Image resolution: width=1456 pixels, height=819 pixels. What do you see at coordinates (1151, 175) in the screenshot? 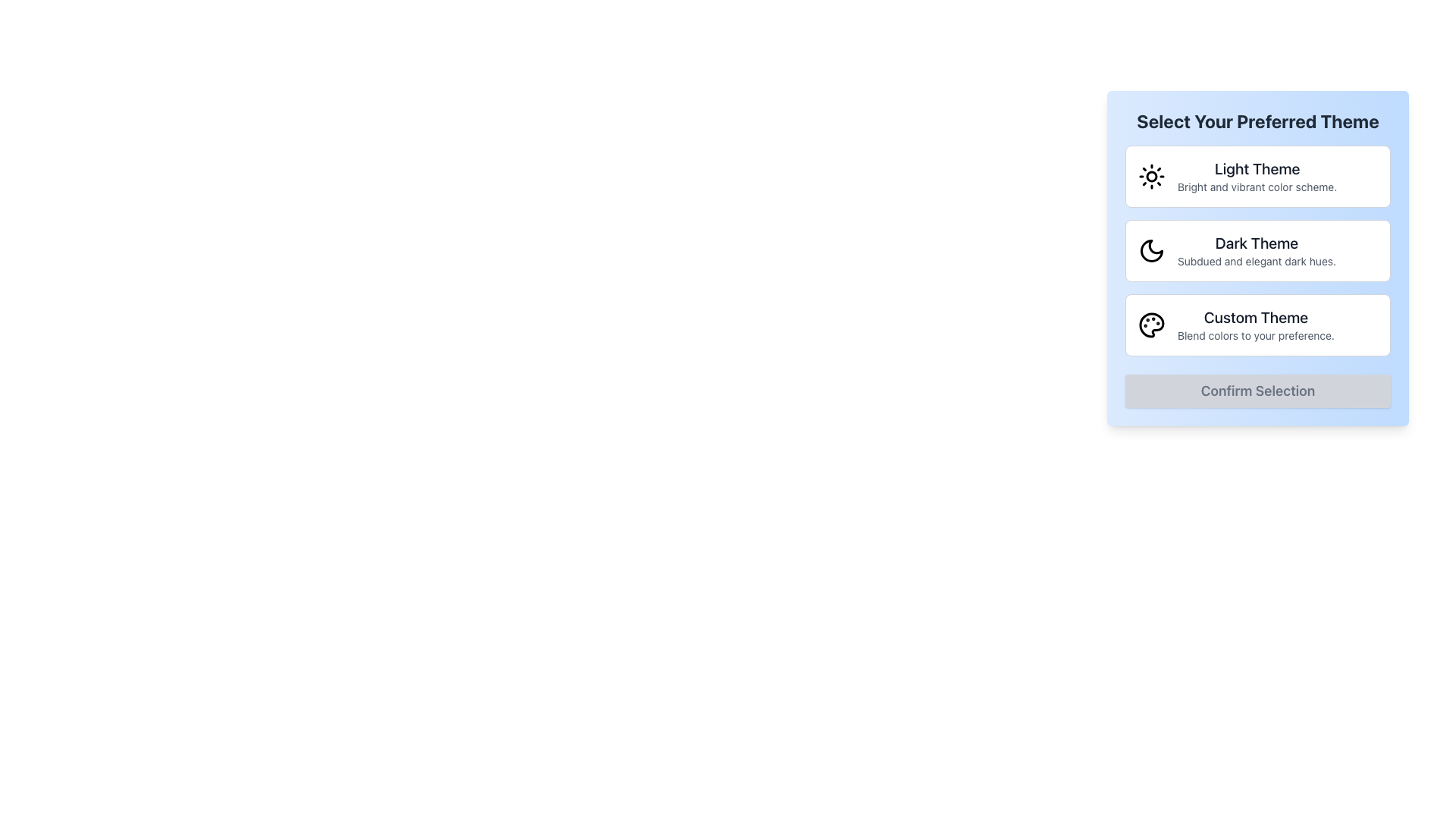
I see `the 'Light Theme' icon located to the left of the 'Light Theme' text` at bounding box center [1151, 175].